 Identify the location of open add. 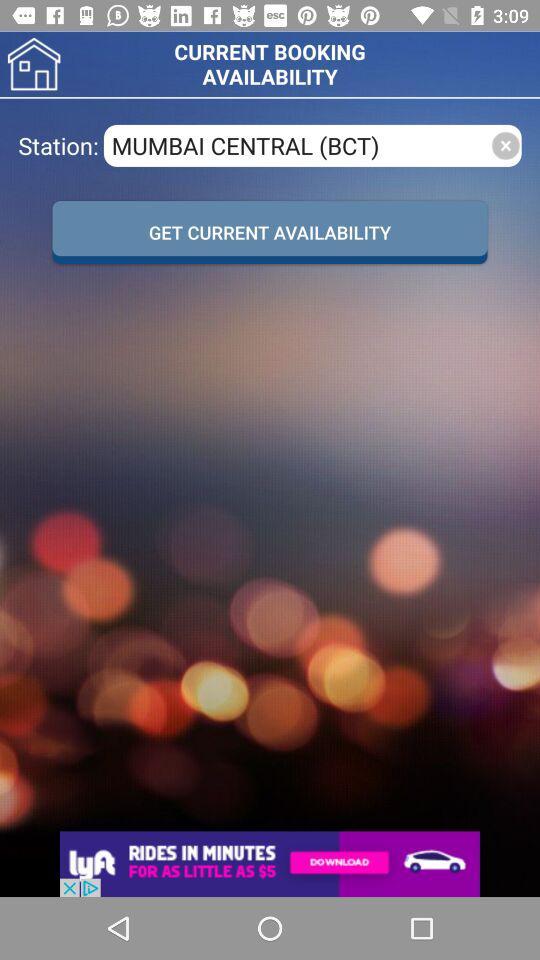
(270, 863).